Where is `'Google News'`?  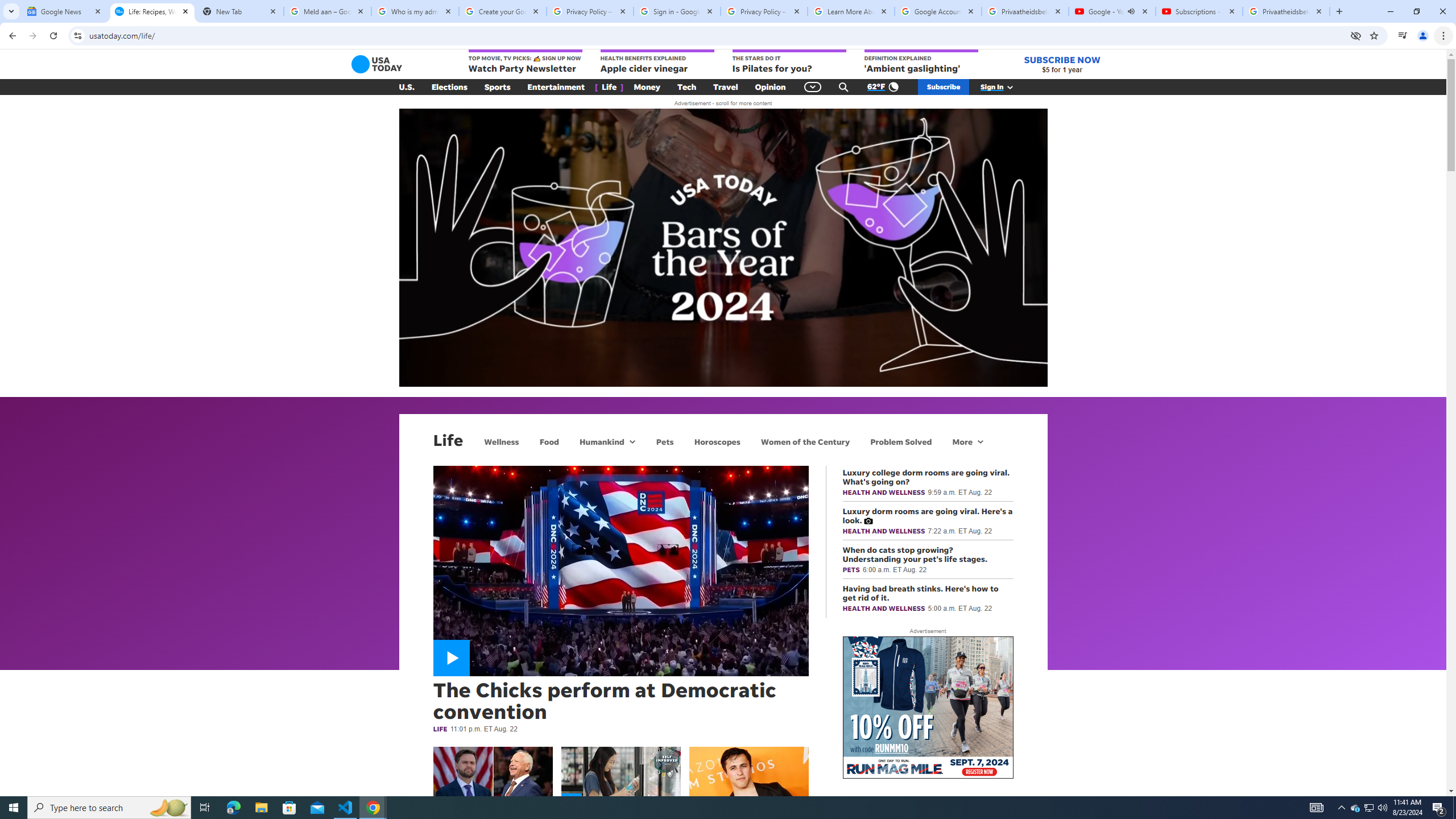
'Google News' is located at coordinates (64, 11).